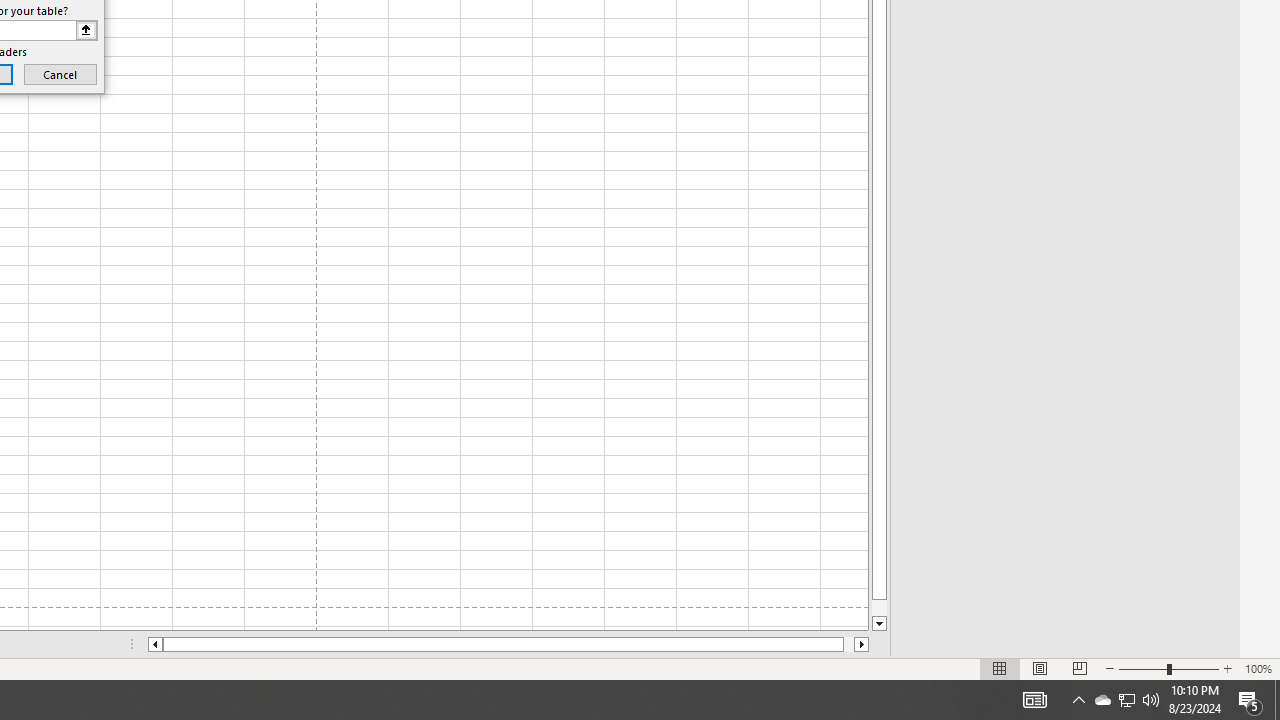 The width and height of the screenshot is (1280, 720). What do you see at coordinates (879, 623) in the screenshot?
I see `'Line down'` at bounding box center [879, 623].